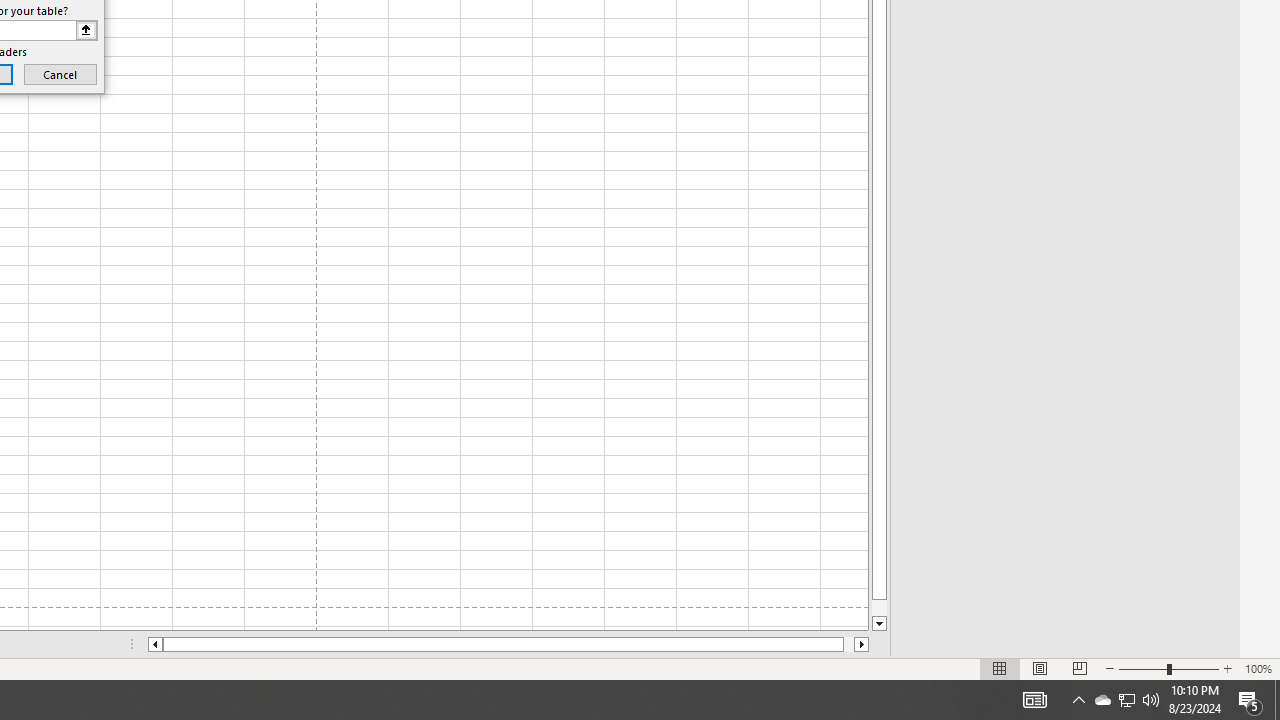 The width and height of the screenshot is (1280, 720). What do you see at coordinates (879, 623) in the screenshot?
I see `'Line down'` at bounding box center [879, 623].